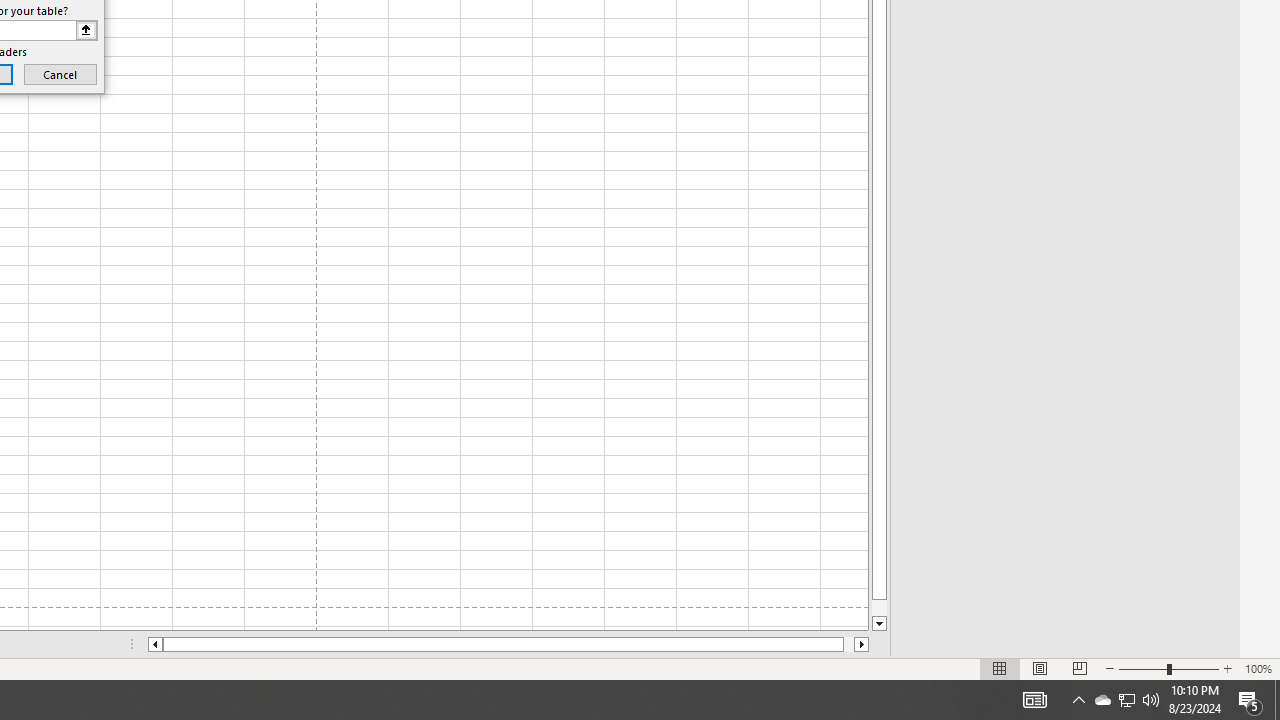 The width and height of the screenshot is (1280, 720). What do you see at coordinates (879, 623) in the screenshot?
I see `'Line down'` at bounding box center [879, 623].